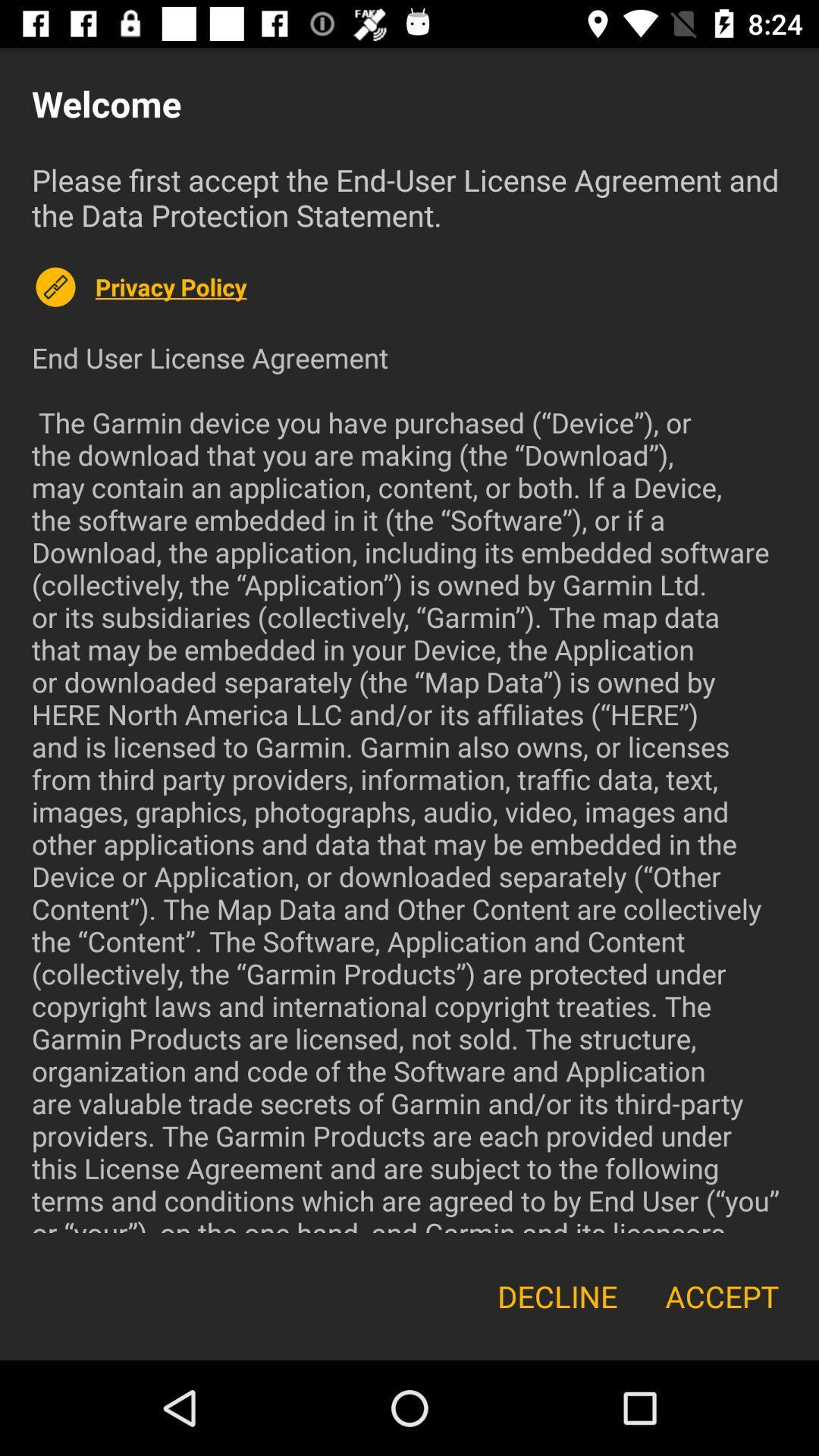 The width and height of the screenshot is (819, 1456). I want to click on the decline item, so click(557, 1295).